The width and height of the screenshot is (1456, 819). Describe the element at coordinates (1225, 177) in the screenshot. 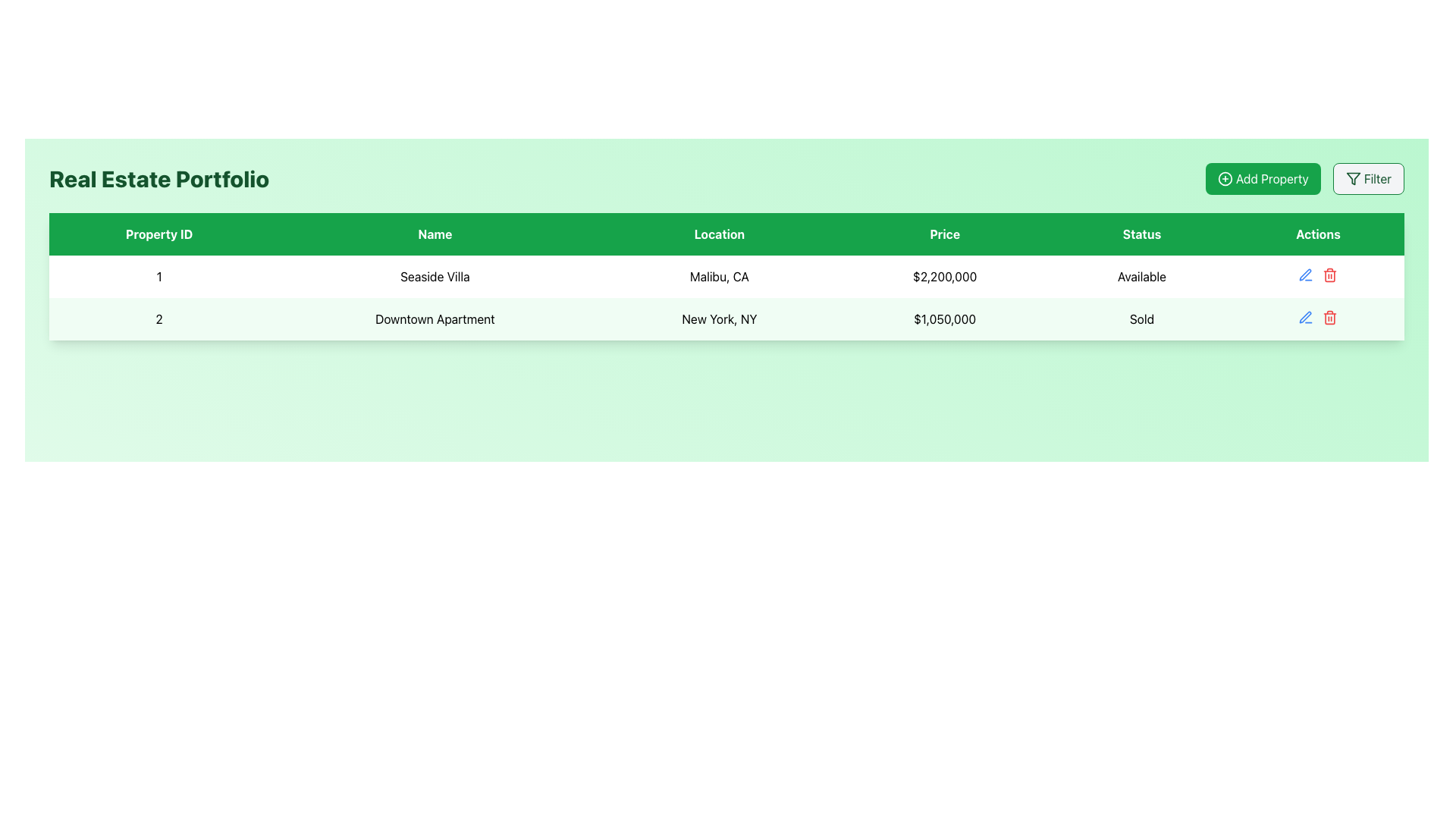

I see `the icon representing the action of adding a property, located to the left of the 'Add Property' text in the interface header` at that location.